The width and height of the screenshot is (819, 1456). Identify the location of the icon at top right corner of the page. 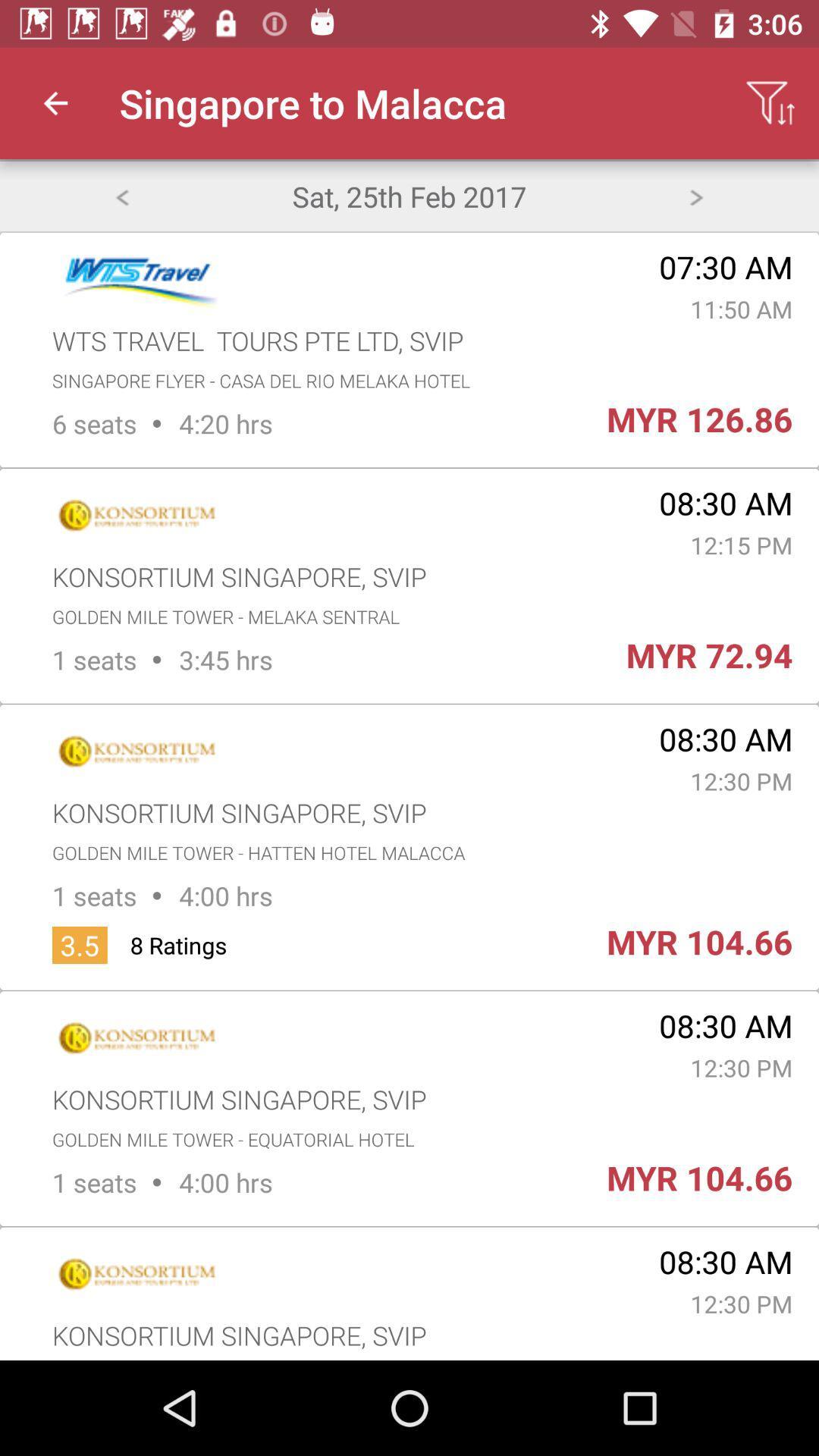
(770, 103).